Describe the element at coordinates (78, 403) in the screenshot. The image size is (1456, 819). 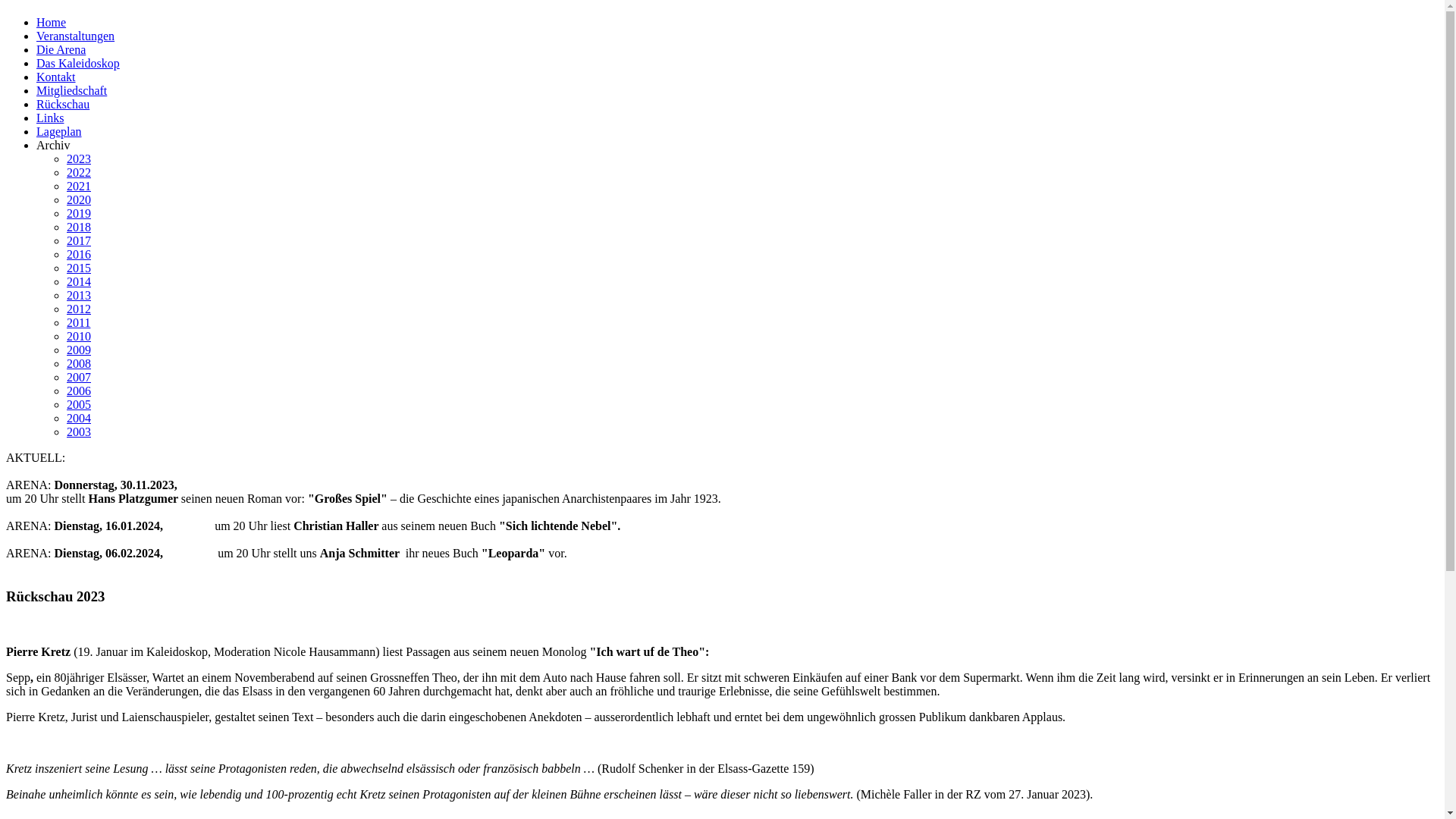
I see `'2005'` at that location.